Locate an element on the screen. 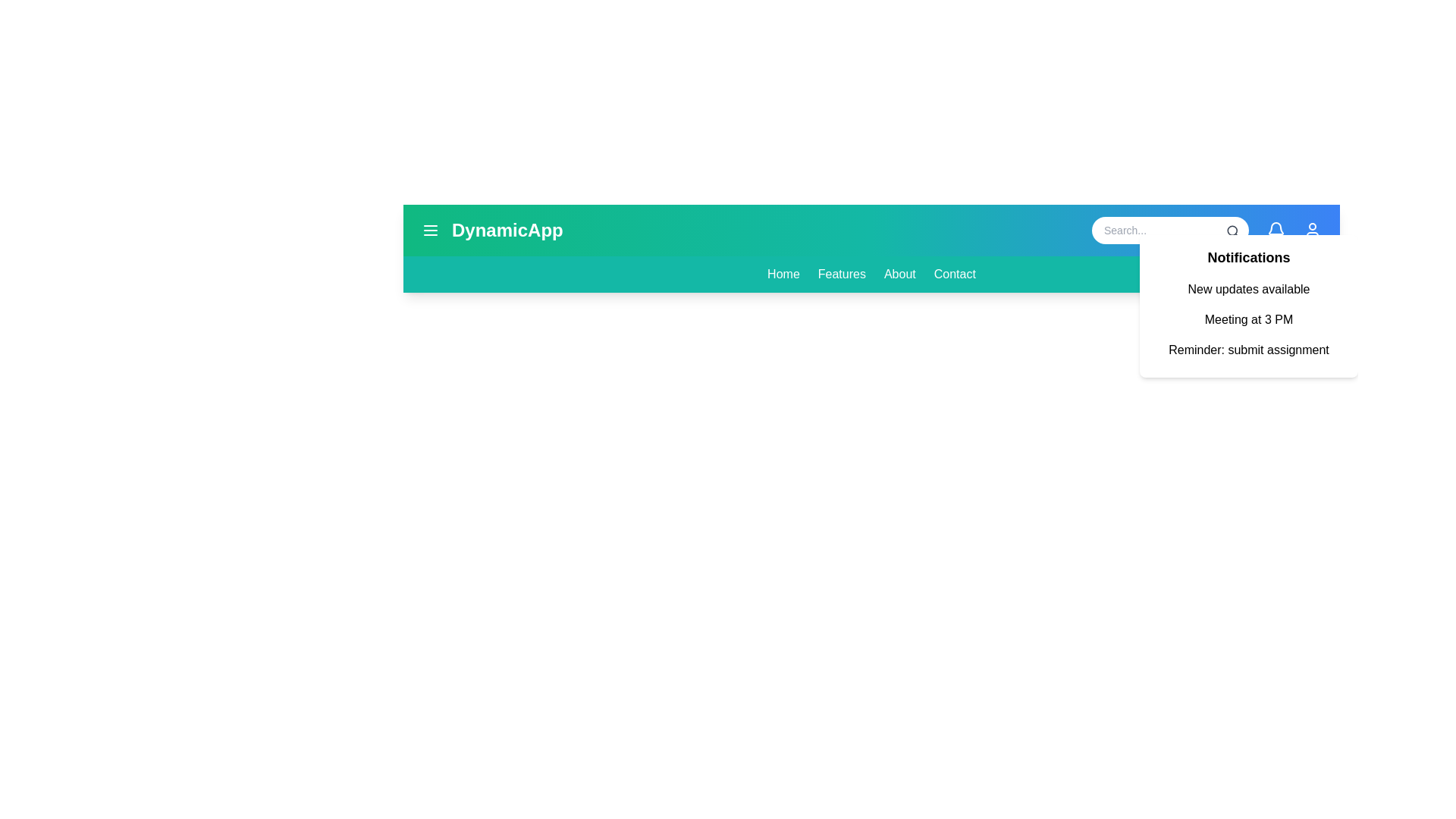 The image size is (1456, 819). the navigation menu item 'Contact' to navigate to the respective section is located at coordinates (954, 275).